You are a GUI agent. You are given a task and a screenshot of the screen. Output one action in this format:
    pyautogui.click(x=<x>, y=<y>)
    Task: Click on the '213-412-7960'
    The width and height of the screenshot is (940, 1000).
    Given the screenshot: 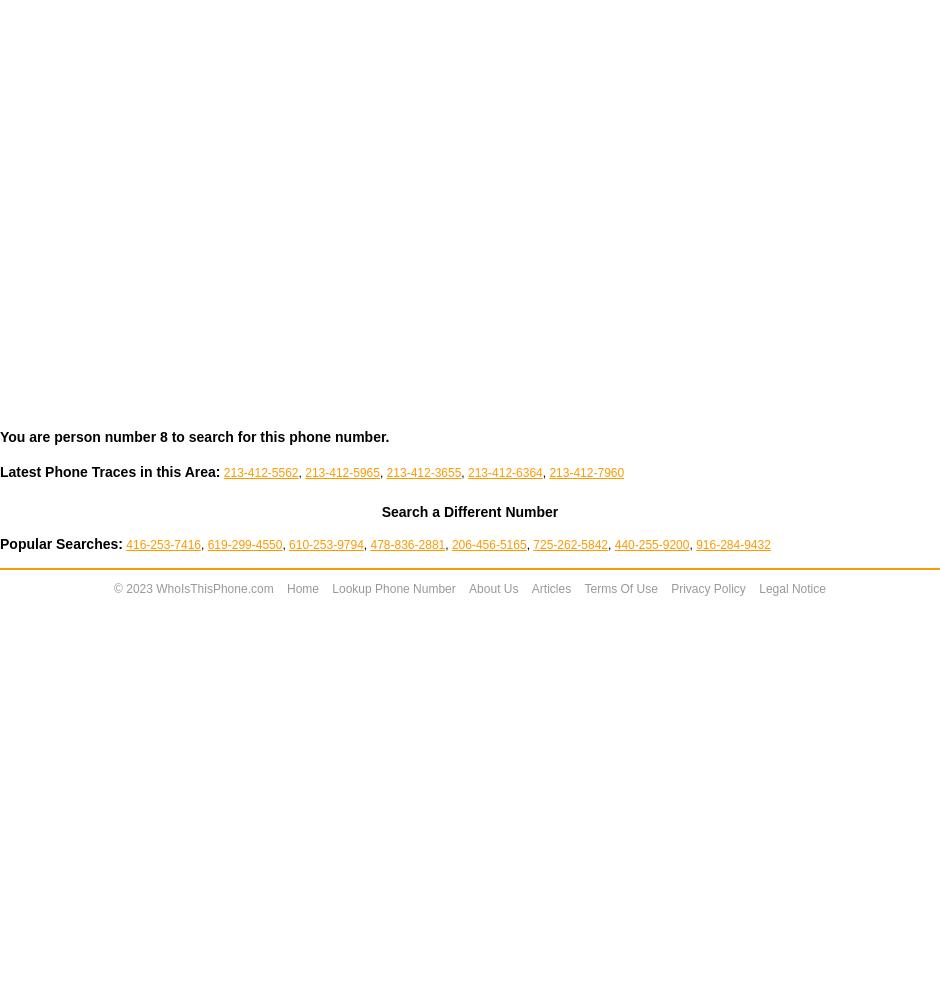 What is the action you would take?
    pyautogui.click(x=586, y=472)
    